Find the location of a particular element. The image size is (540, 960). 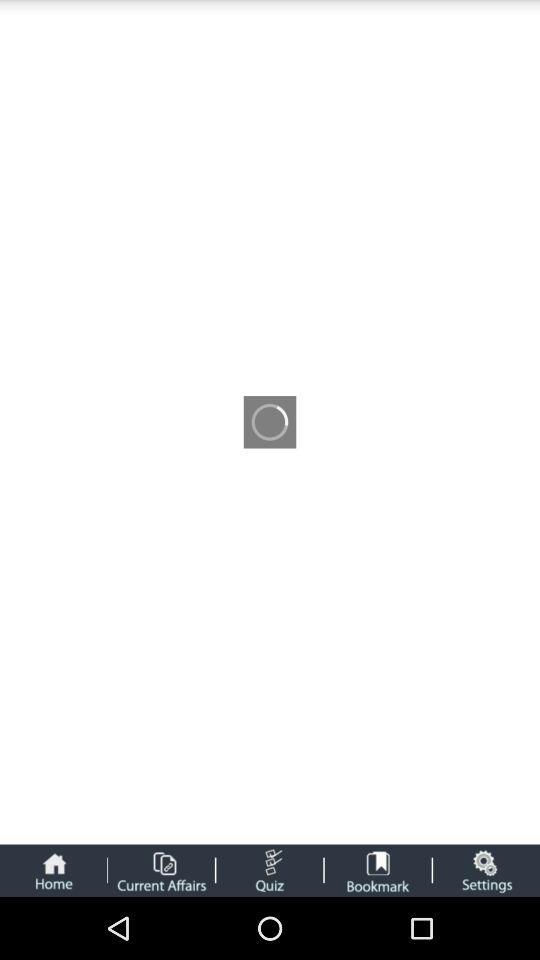

settings is located at coordinates (485, 869).